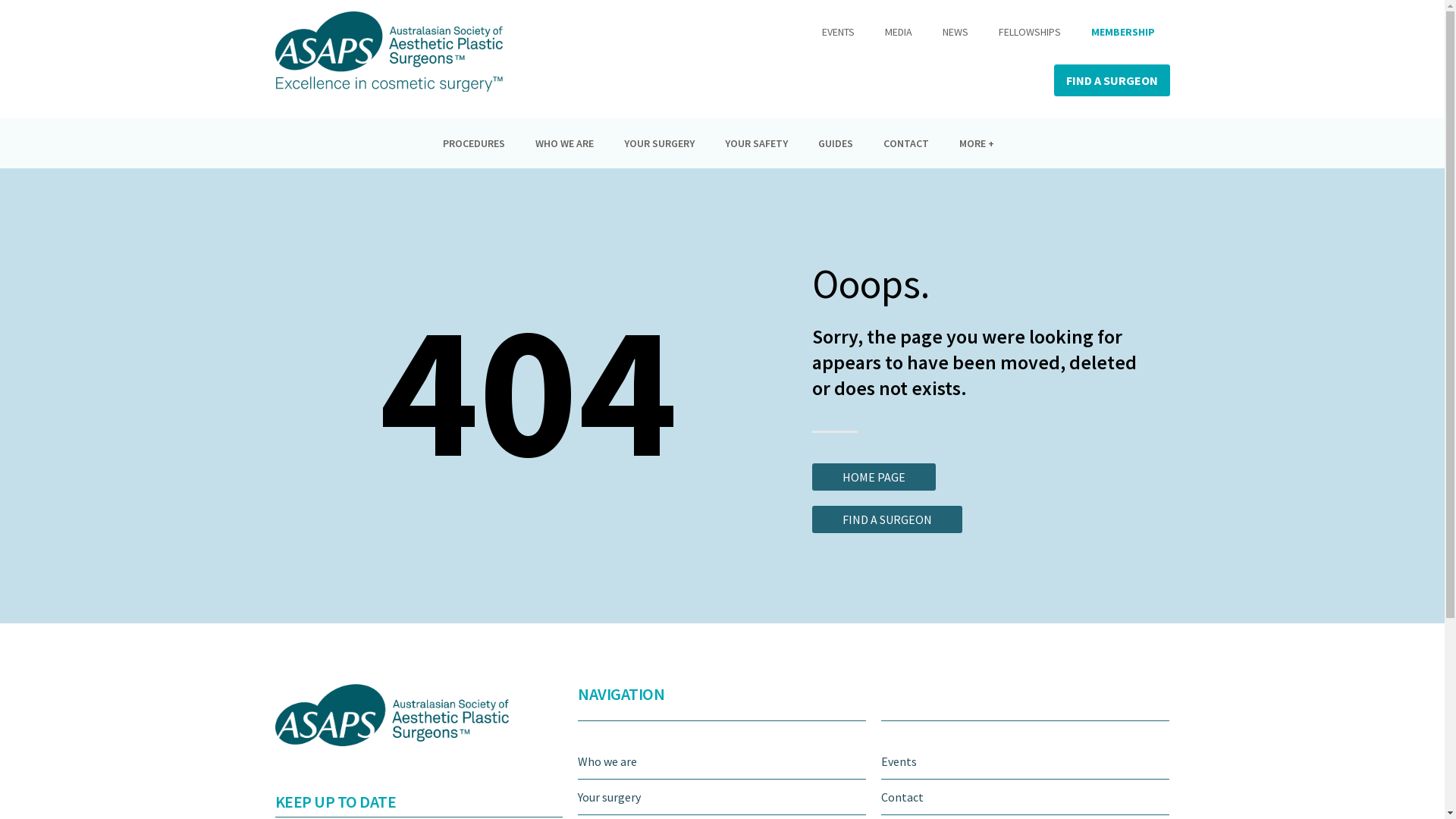 This screenshot has height=819, width=1456. Describe the element at coordinates (472, 143) in the screenshot. I see `'PROCEDURES'` at that location.